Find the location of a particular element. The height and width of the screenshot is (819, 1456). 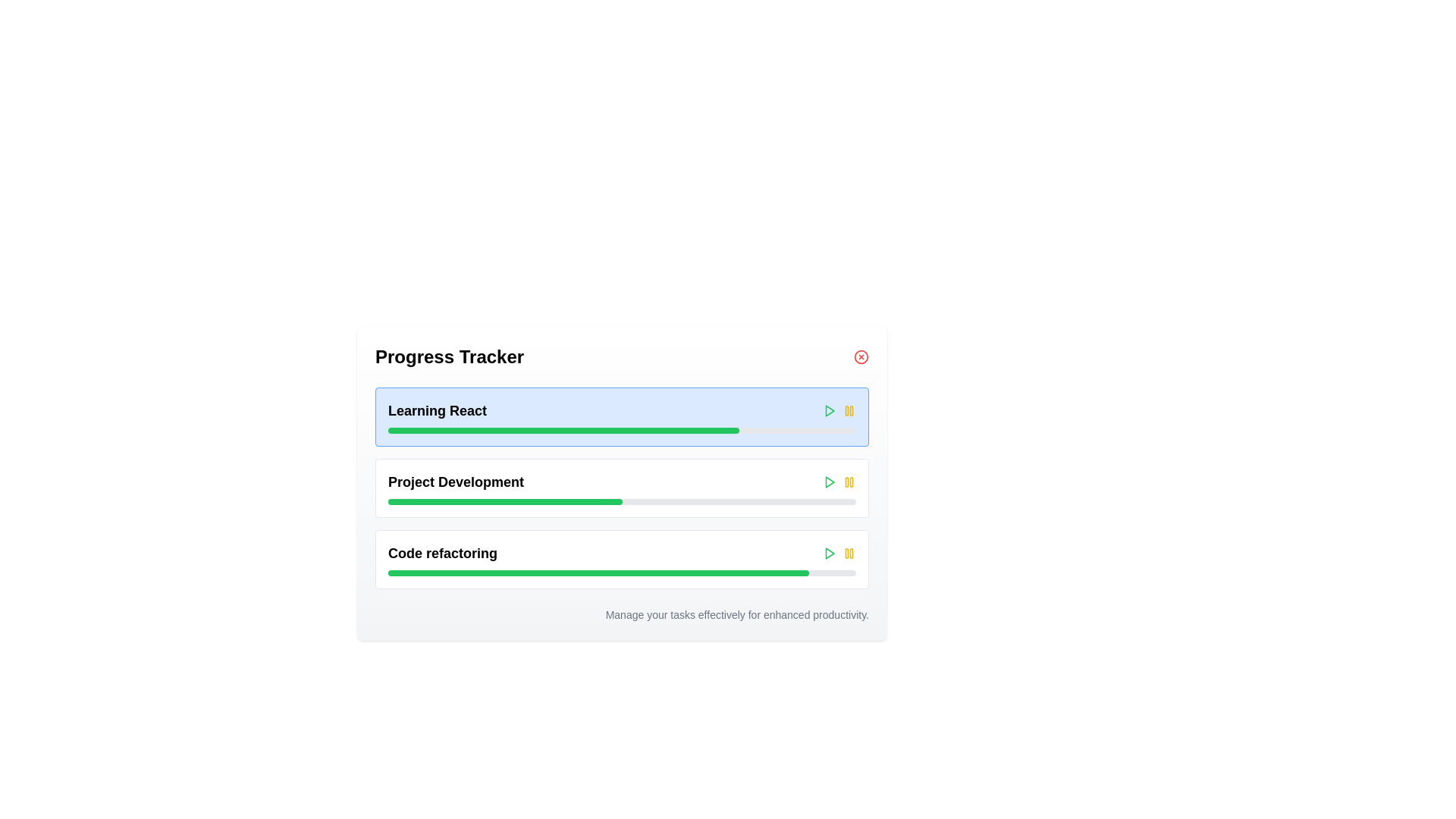

the horizontal progress bar located below the text 'Learning React', which has a gray background and a green-filled section indicating progress is located at coordinates (622, 430).